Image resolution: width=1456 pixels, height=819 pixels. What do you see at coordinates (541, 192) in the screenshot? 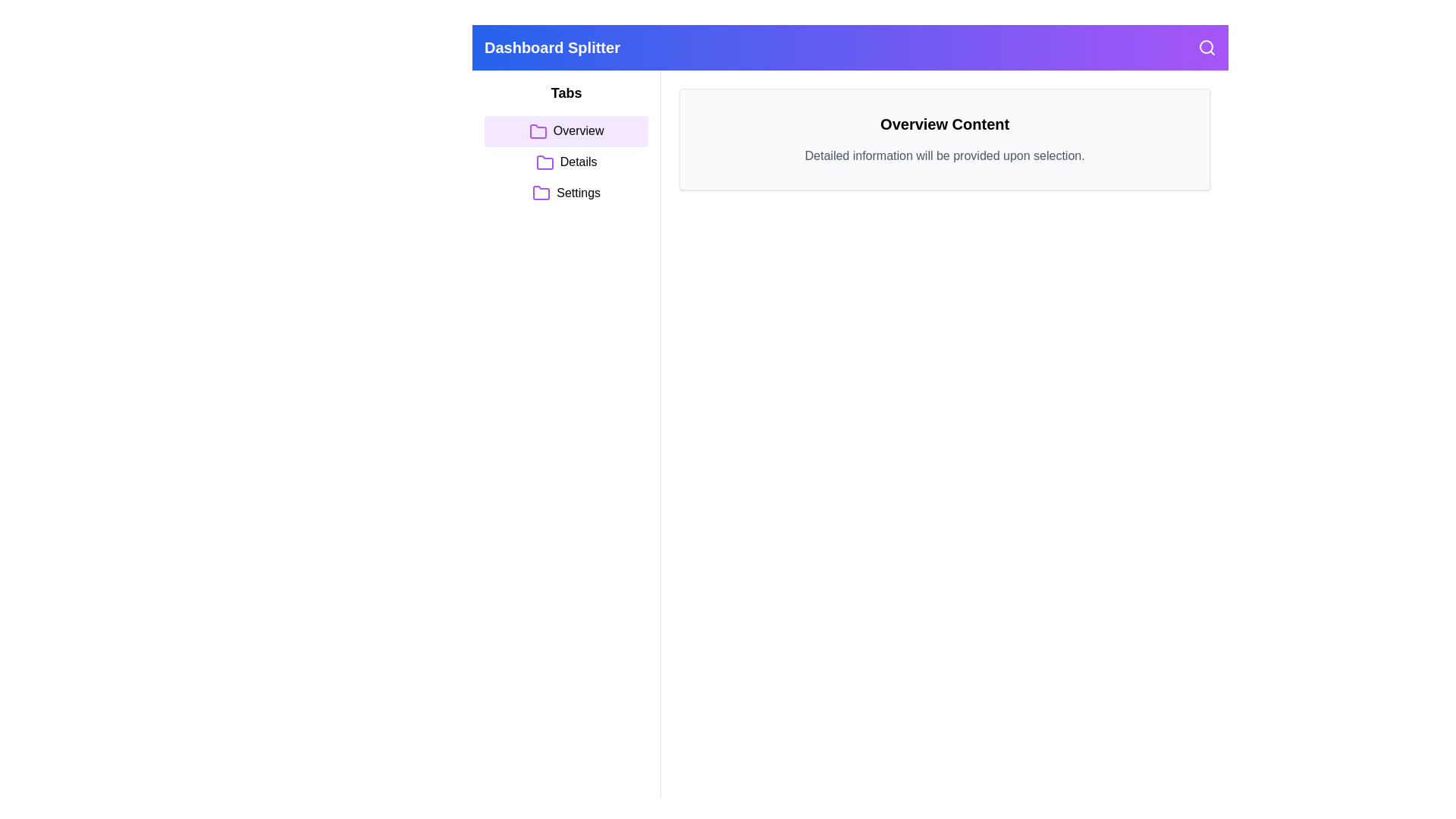
I see `the 'Settings' folder icon in the left sidebar navigation menu, which is the third item below the 'Details' tab, styled with purple and white colors` at bounding box center [541, 192].